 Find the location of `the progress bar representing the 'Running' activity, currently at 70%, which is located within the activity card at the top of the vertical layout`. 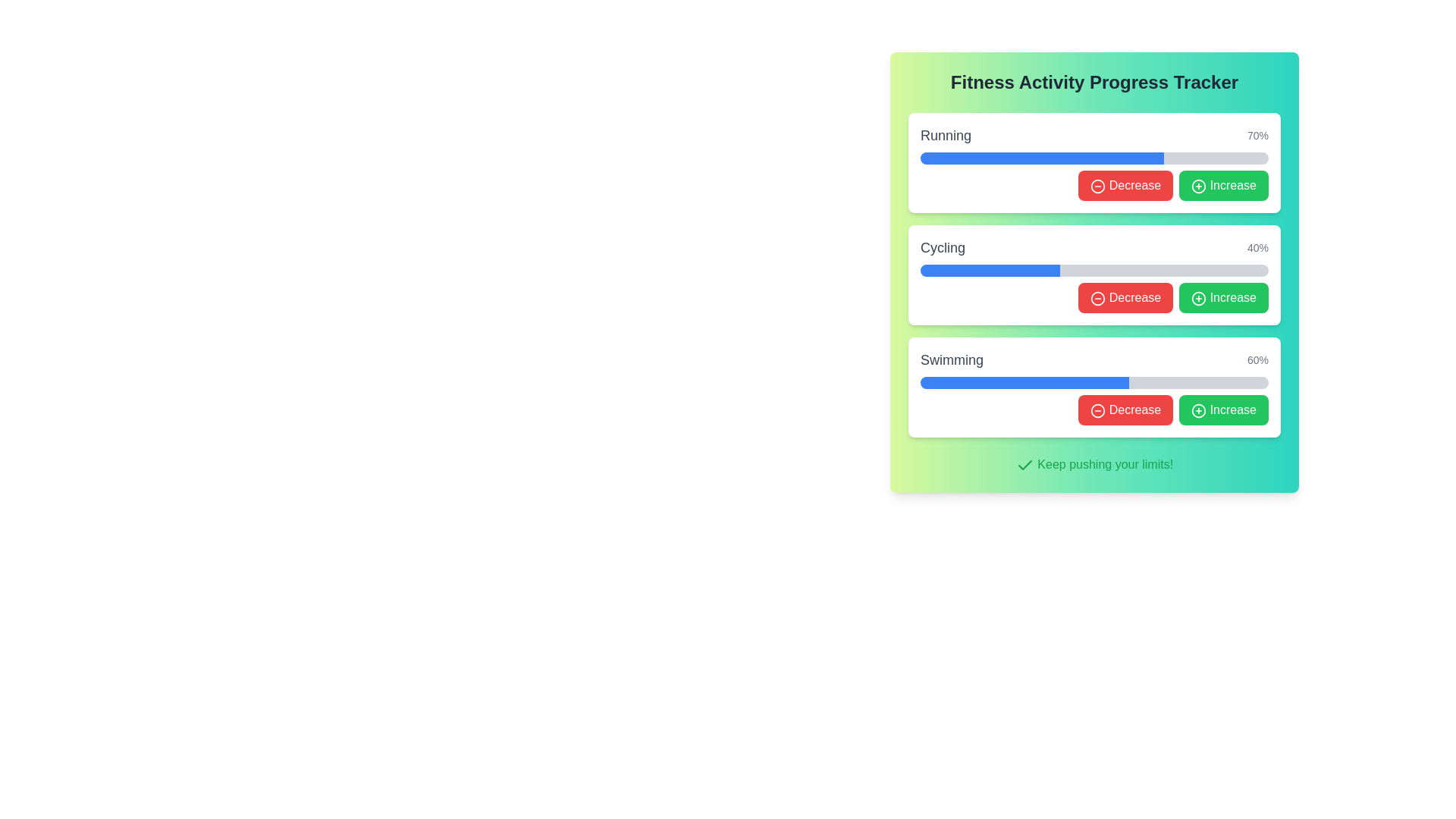

the progress bar representing the 'Running' activity, currently at 70%, which is located within the activity card at the top of the vertical layout is located at coordinates (1094, 158).